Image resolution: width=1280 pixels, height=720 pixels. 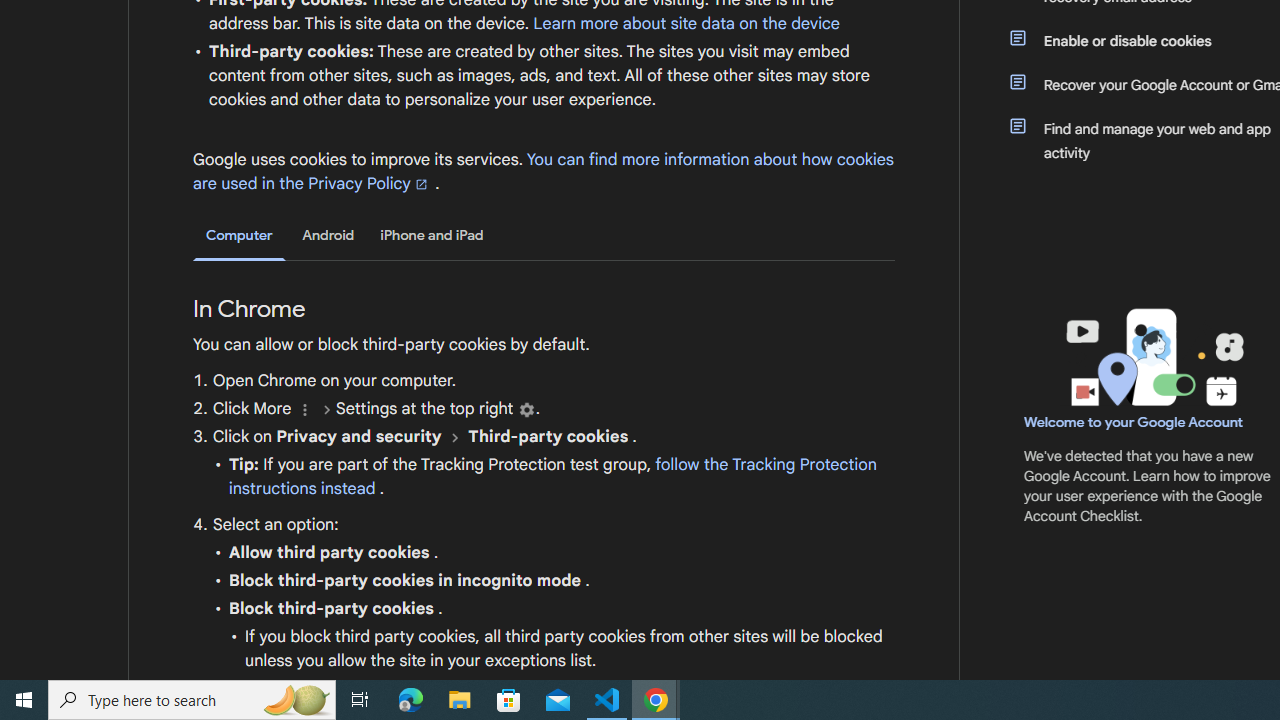 What do you see at coordinates (239, 235) in the screenshot?
I see `'Computer'` at bounding box center [239, 235].